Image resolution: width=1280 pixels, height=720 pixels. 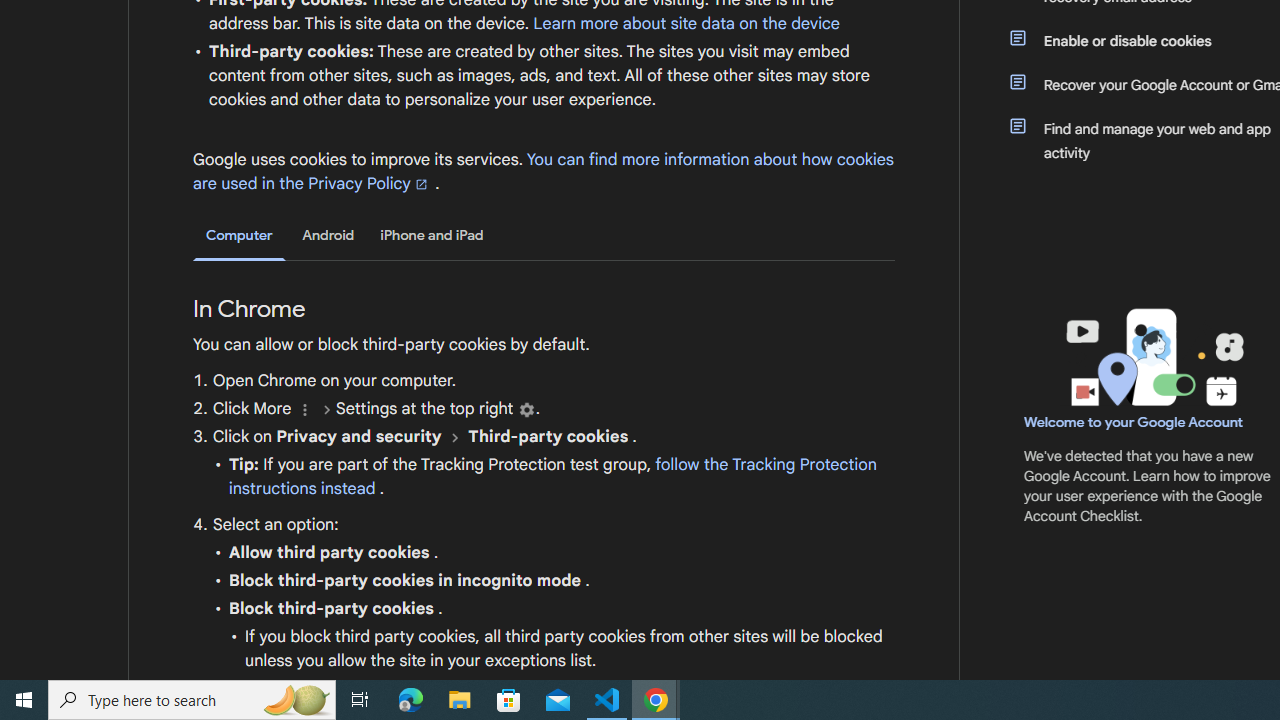 What do you see at coordinates (239, 235) in the screenshot?
I see `'Computer'` at bounding box center [239, 235].